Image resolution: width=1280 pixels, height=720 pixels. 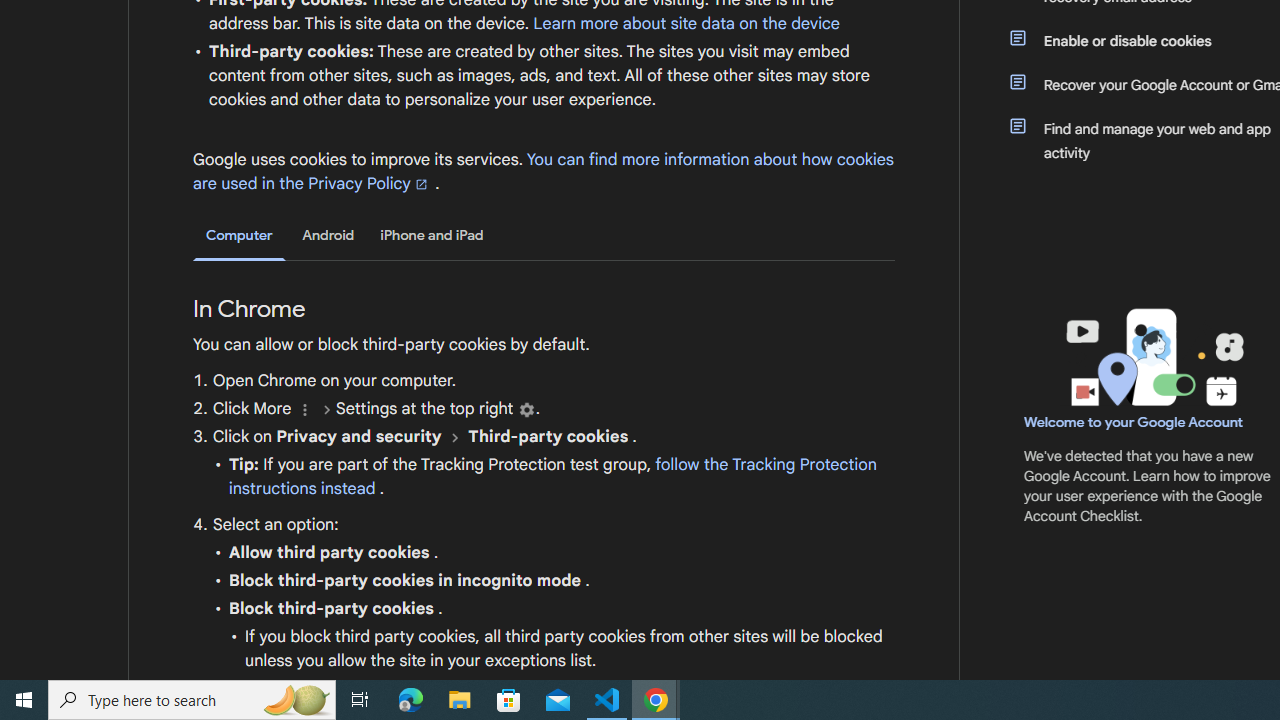 What do you see at coordinates (239, 235) in the screenshot?
I see `'Computer'` at bounding box center [239, 235].